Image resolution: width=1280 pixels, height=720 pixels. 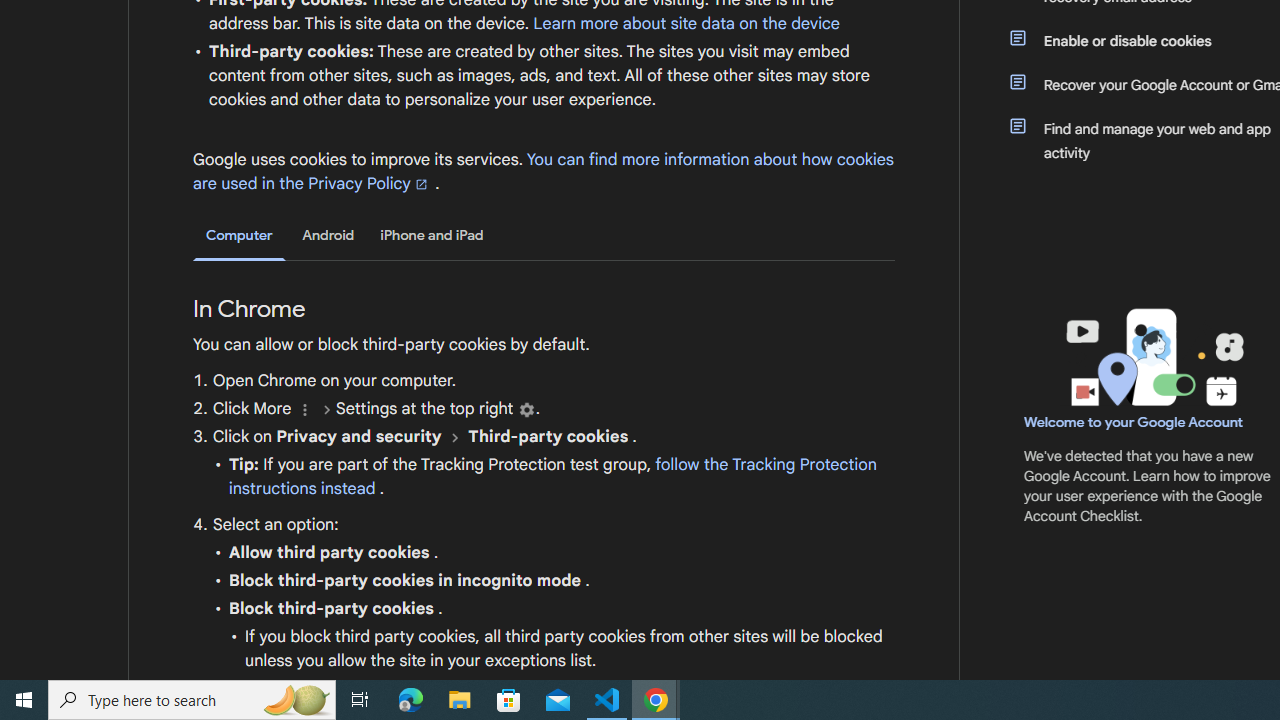 What do you see at coordinates (239, 235) in the screenshot?
I see `'Computer'` at bounding box center [239, 235].